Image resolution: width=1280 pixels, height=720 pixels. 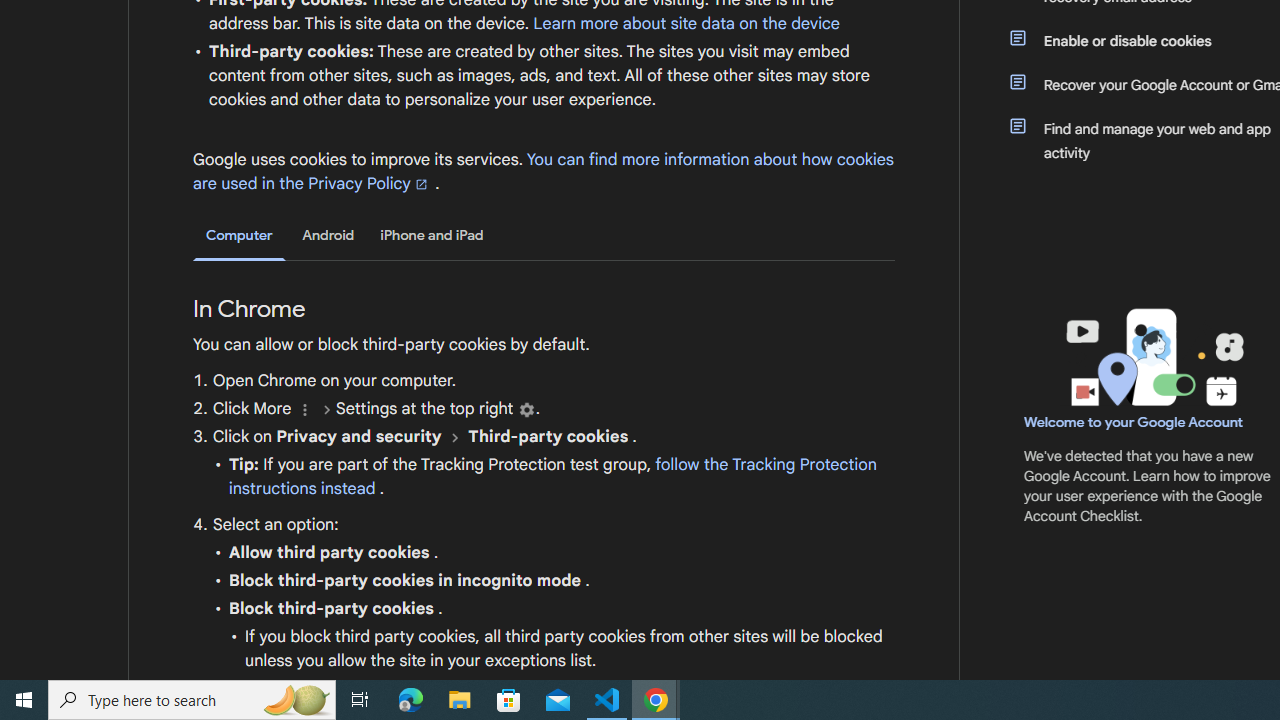 What do you see at coordinates (239, 235) in the screenshot?
I see `'Computer'` at bounding box center [239, 235].